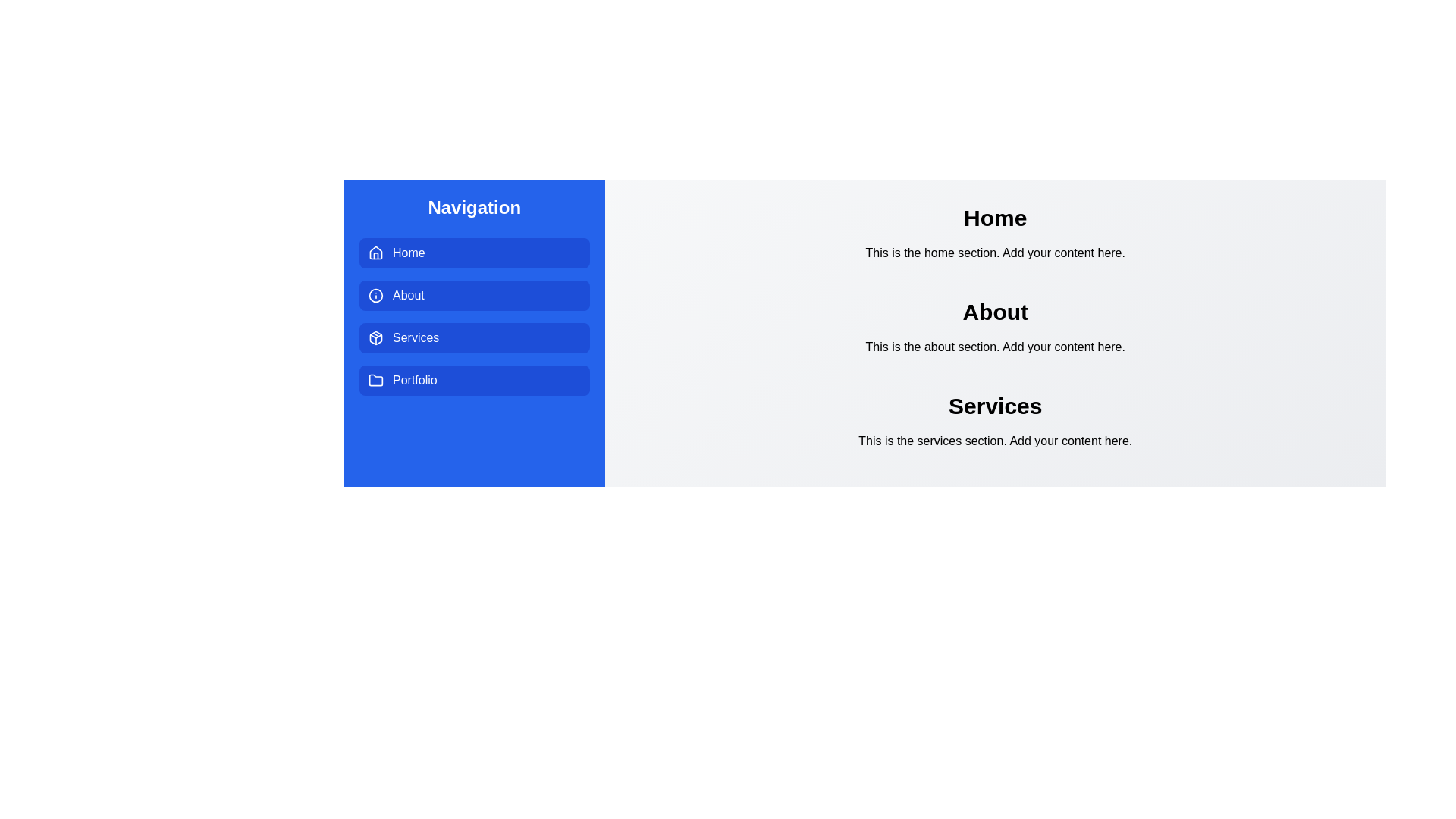  I want to click on the hexagonal or polygonal icon in the navigation panel on the left side, specifically associated with the 'Services' option, so click(375, 337).